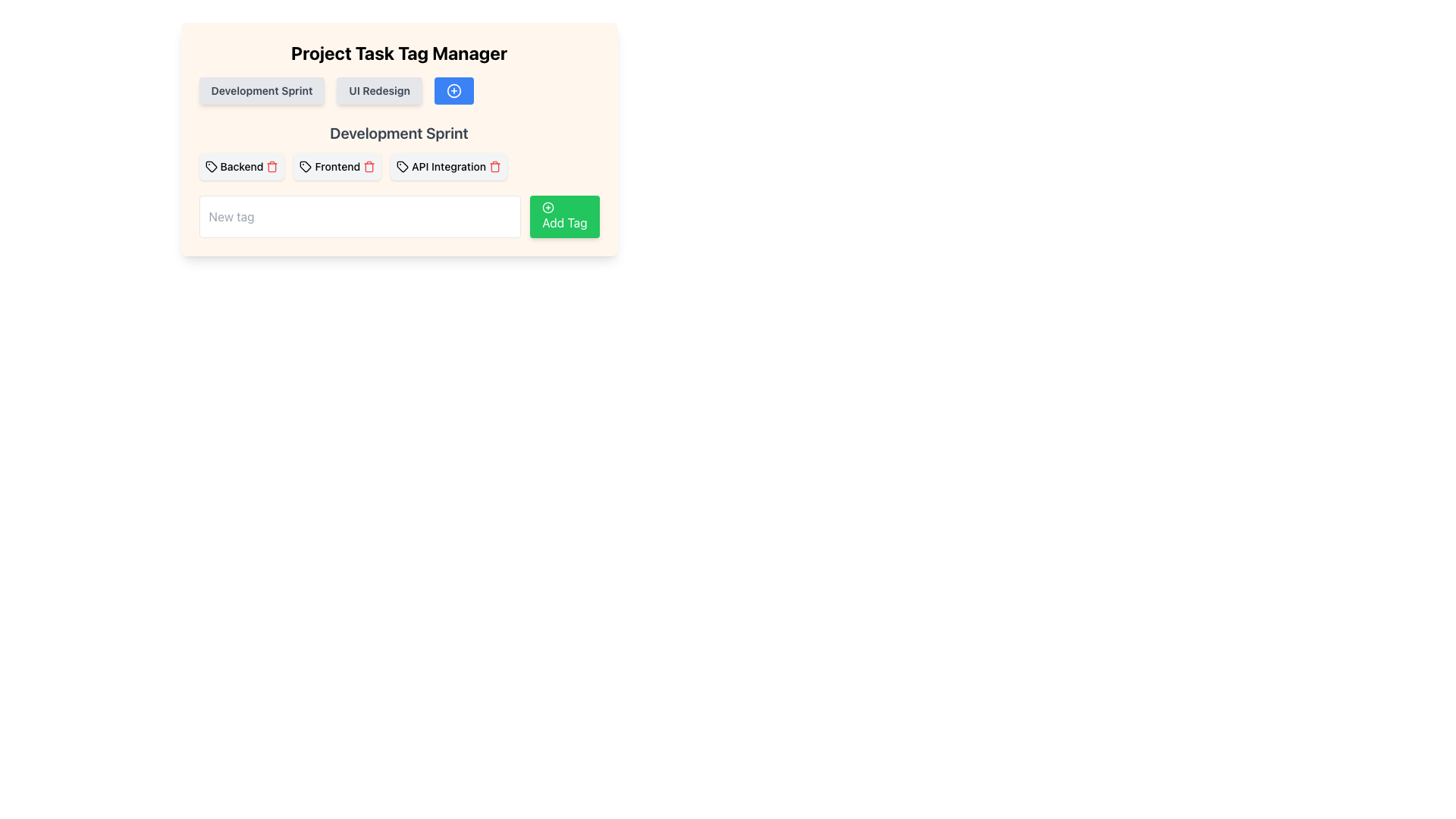 This screenshot has width=1456, height=819. What do you see at coordinates (210, 166) in the screenshot?
I see `the tag-like icon next to the 'Backend' label within the 'Development Sprint' section` at bounding box center [210, 166].